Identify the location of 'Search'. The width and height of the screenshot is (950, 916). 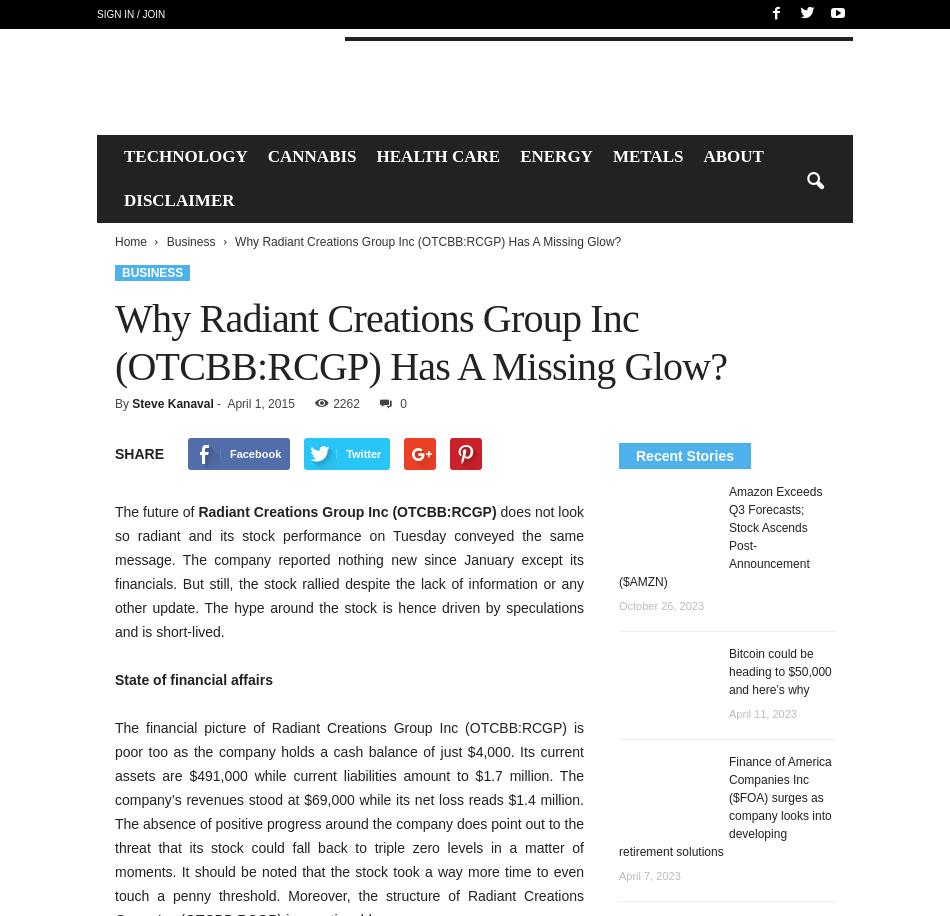
(473, 79).